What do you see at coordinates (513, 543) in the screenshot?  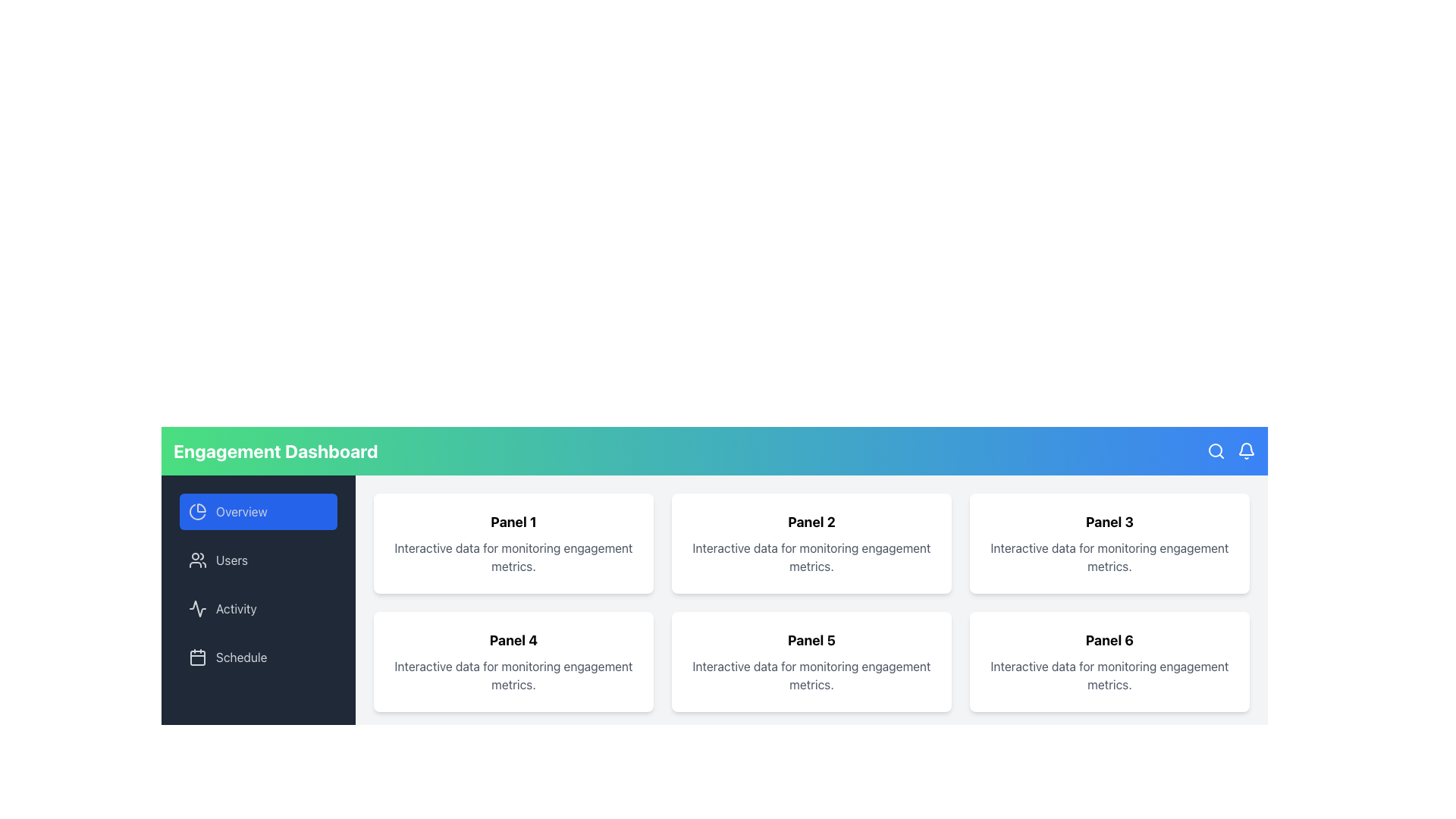 I see `the first Informational Card located in the top-left corner of the grid layout to interact with it` at bounding box center [513, 543].